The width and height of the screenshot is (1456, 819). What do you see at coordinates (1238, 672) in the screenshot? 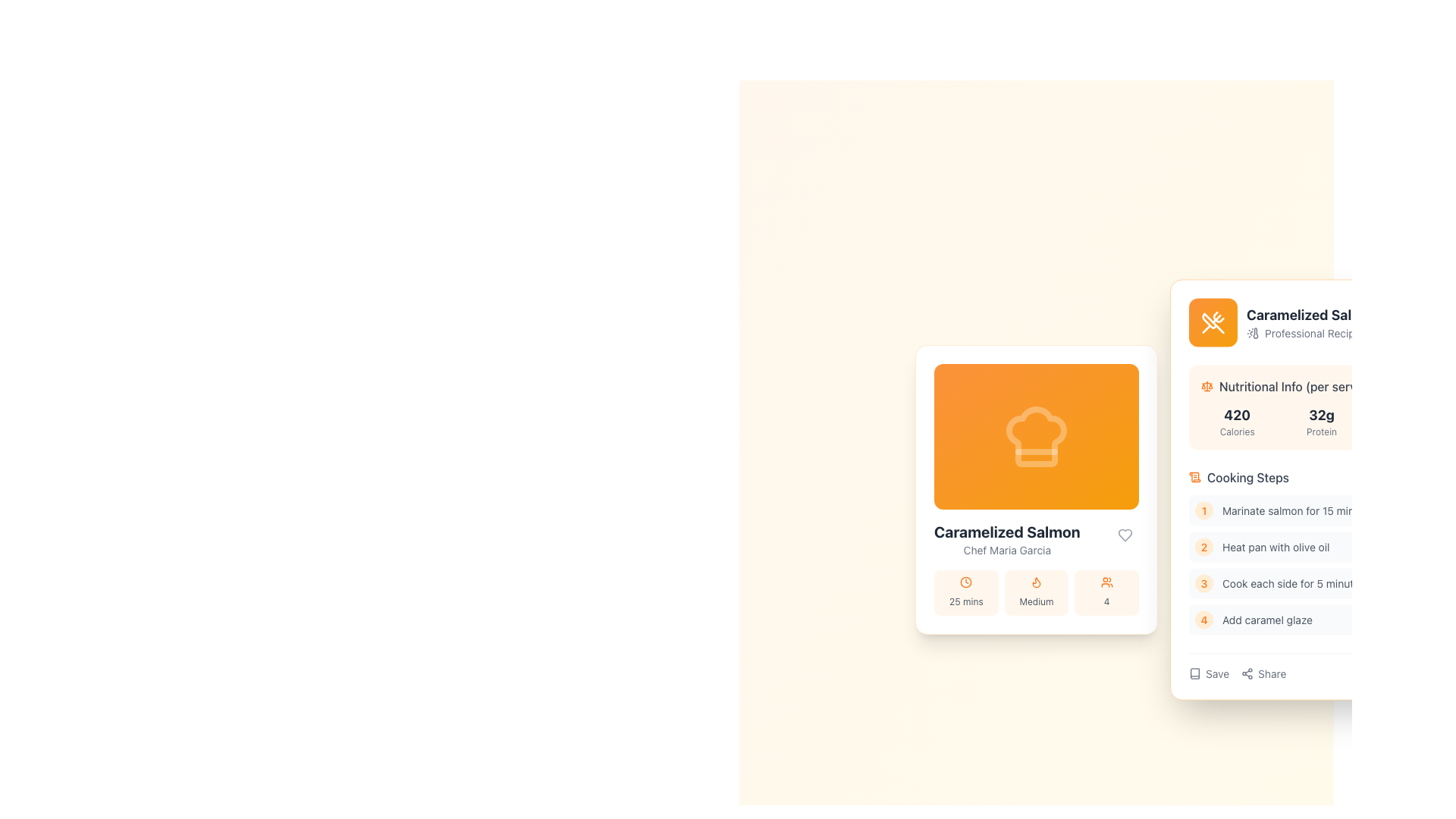
I see `the 'Save' option in the Interactive Menu at the bottom of the detailed recipe panel to bookmark the recipe` at bounding box center [1238, 672].